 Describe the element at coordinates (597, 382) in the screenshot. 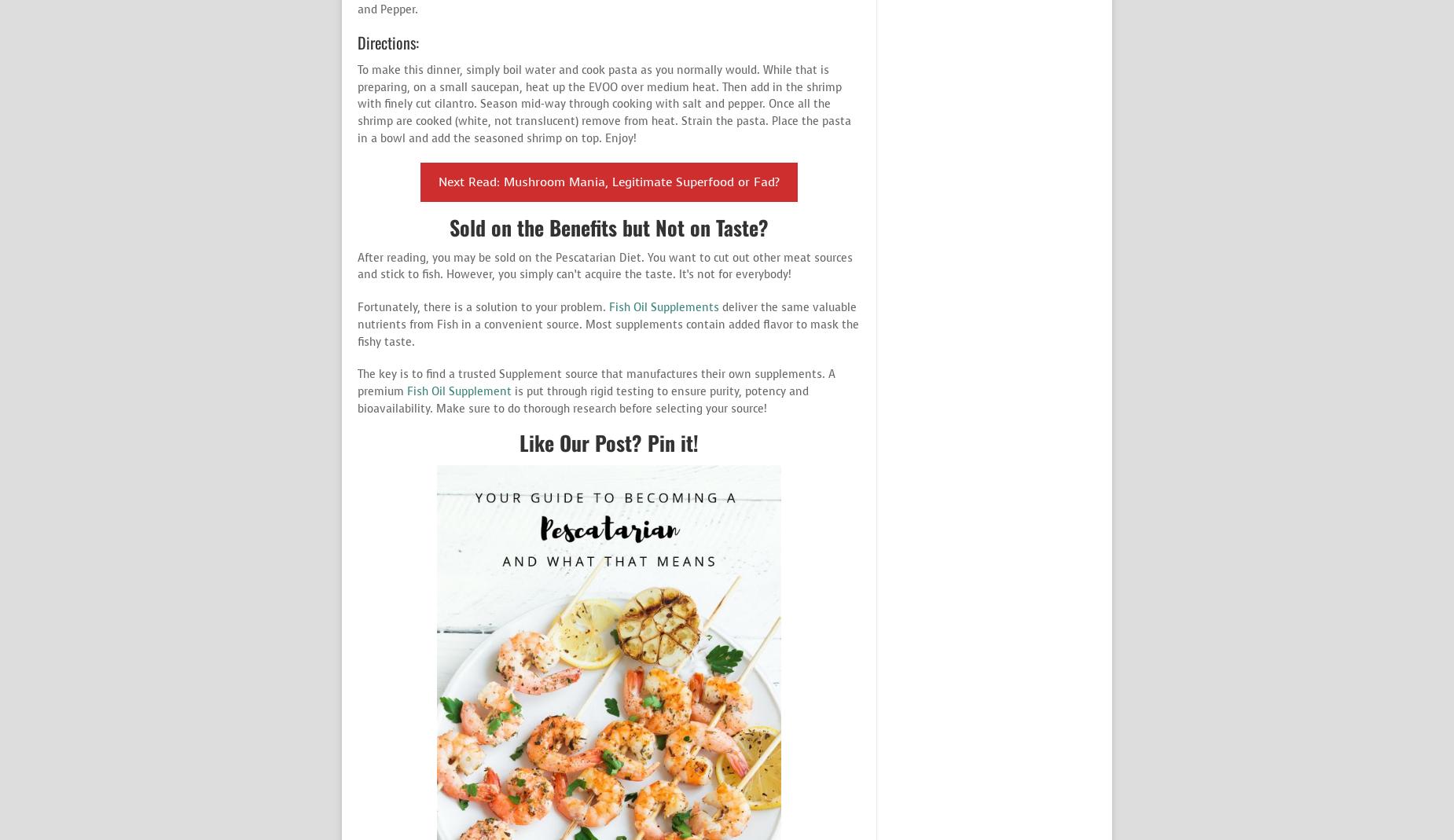

I see `'The key is to find a trusted Supplement source that manufactures their own supplements. A premium'` at that location.